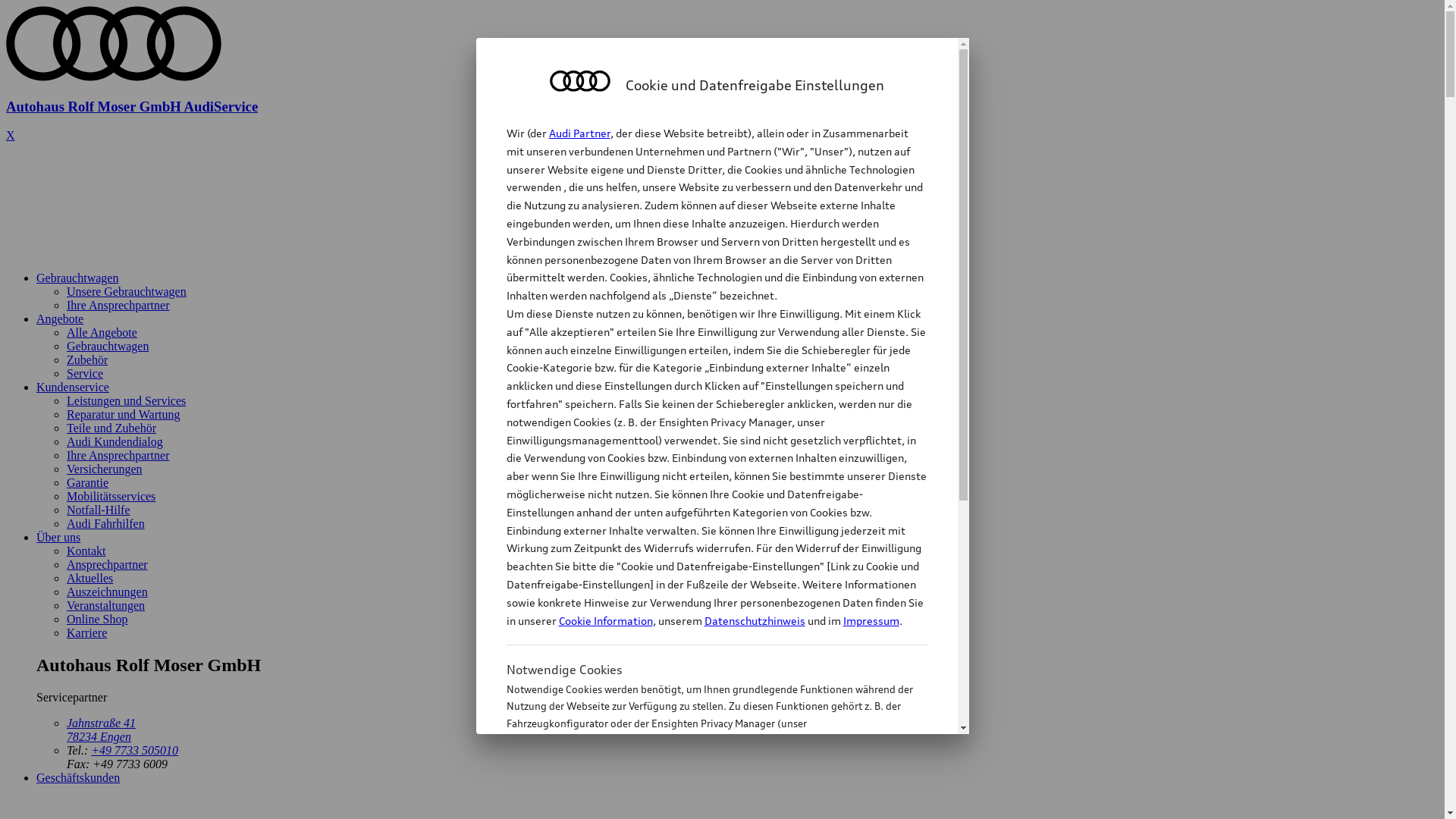  I want to click on 'Audi Partner', so click(579, 132).